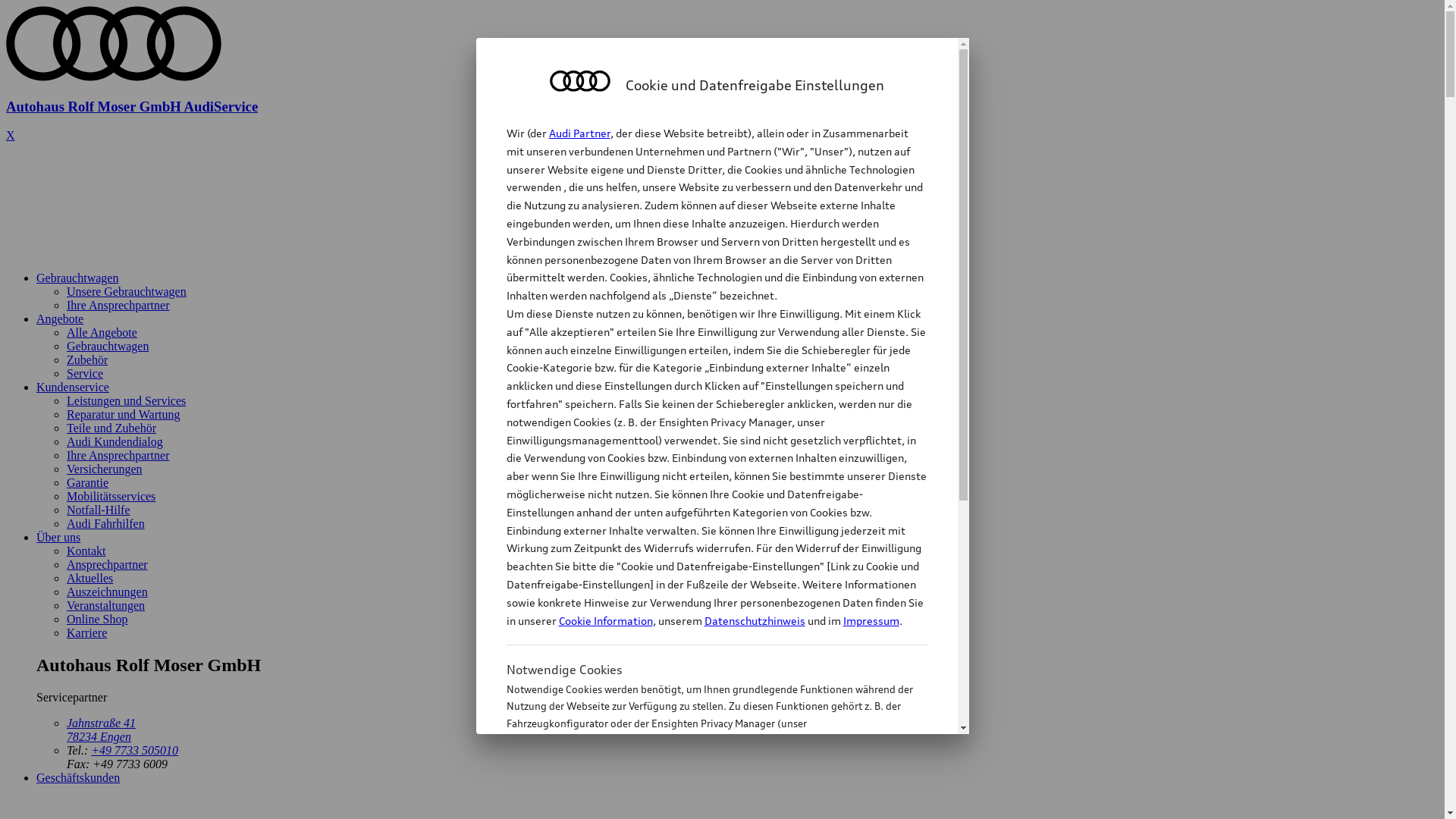  I want to click on 'Audi Partner', so click(579, 132).